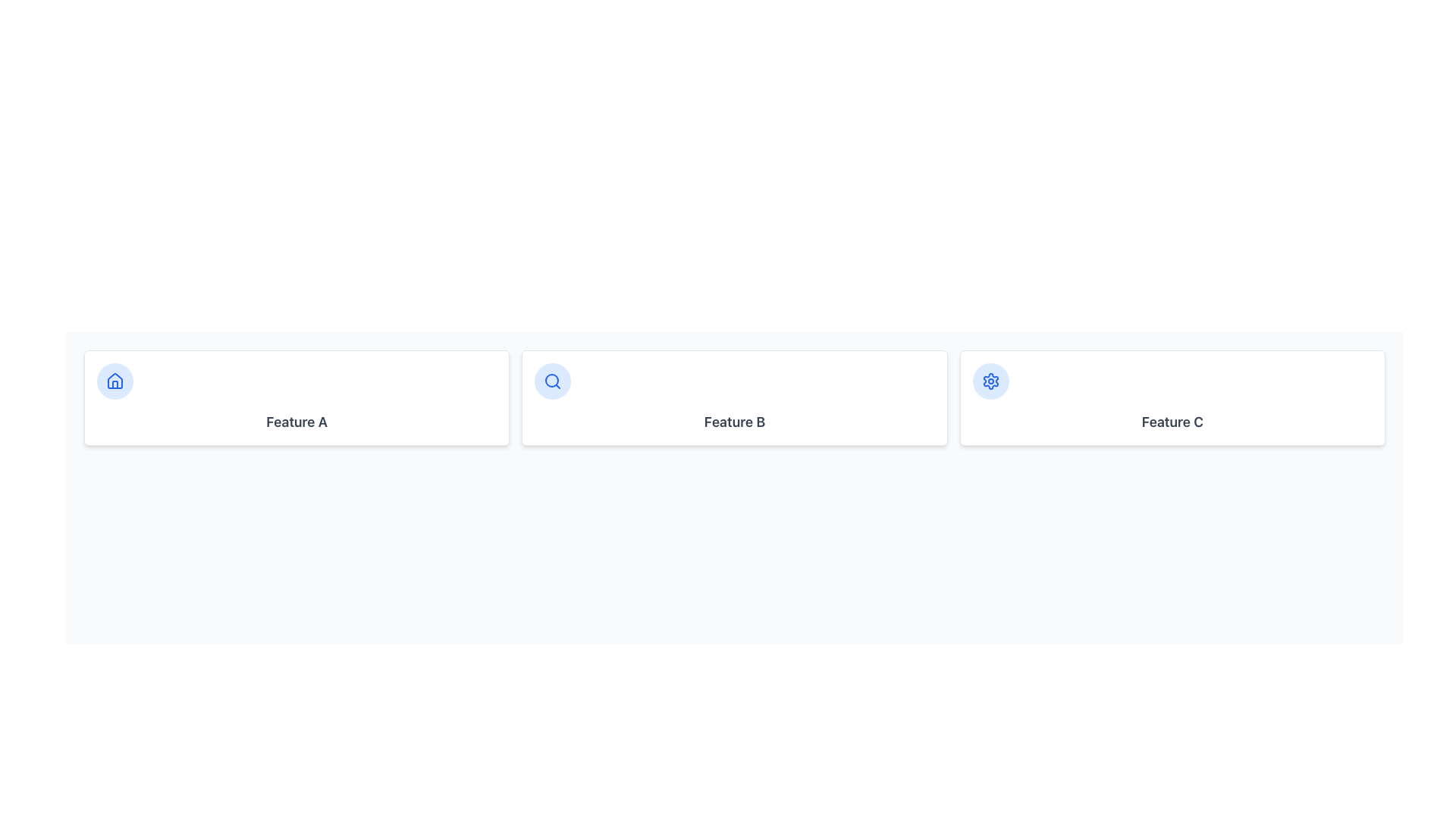 Image resolution: width=1456 pixels, height=819 pixels. I want to click on the blue gear icon located at the top-left corner inside the 'Feature C' card, which is the rightmost card in a horizontal group of three cards, so click(990, 380).